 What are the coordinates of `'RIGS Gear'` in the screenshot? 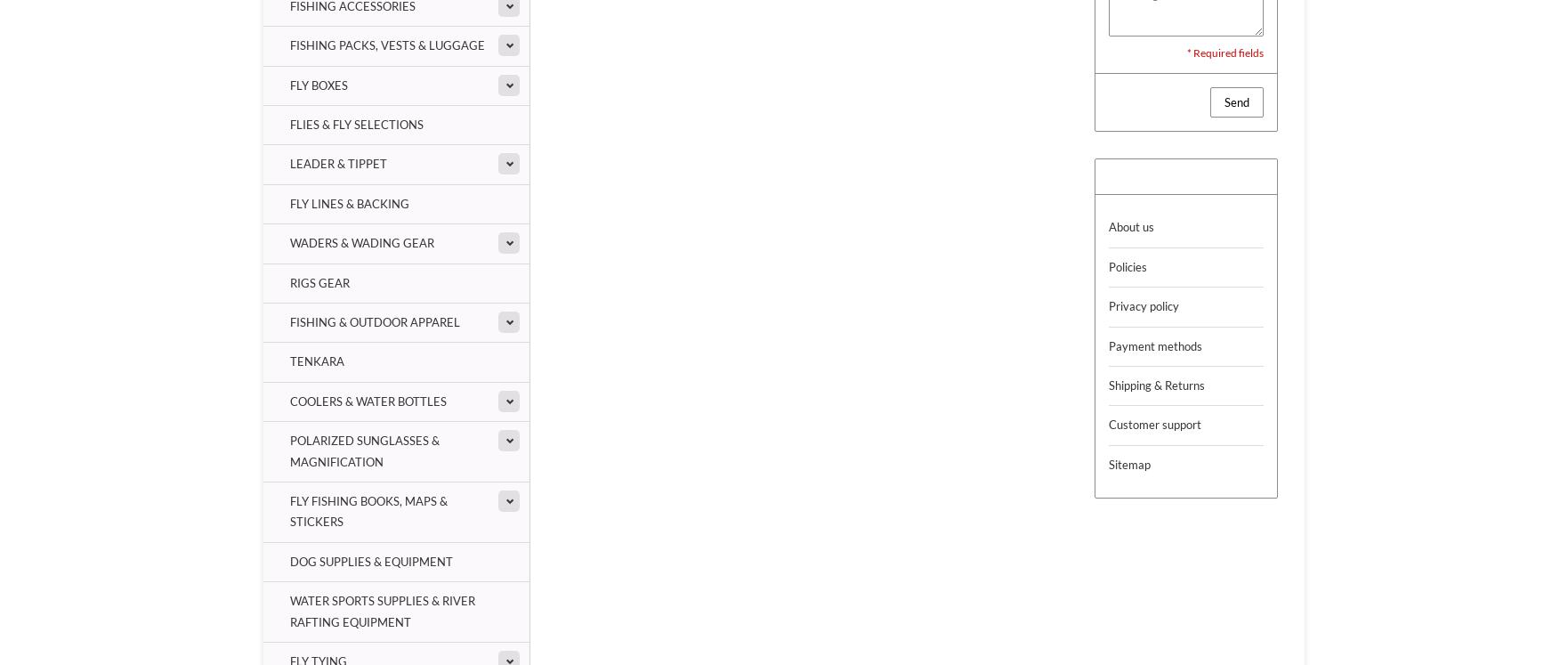 It's located at (319, 281).